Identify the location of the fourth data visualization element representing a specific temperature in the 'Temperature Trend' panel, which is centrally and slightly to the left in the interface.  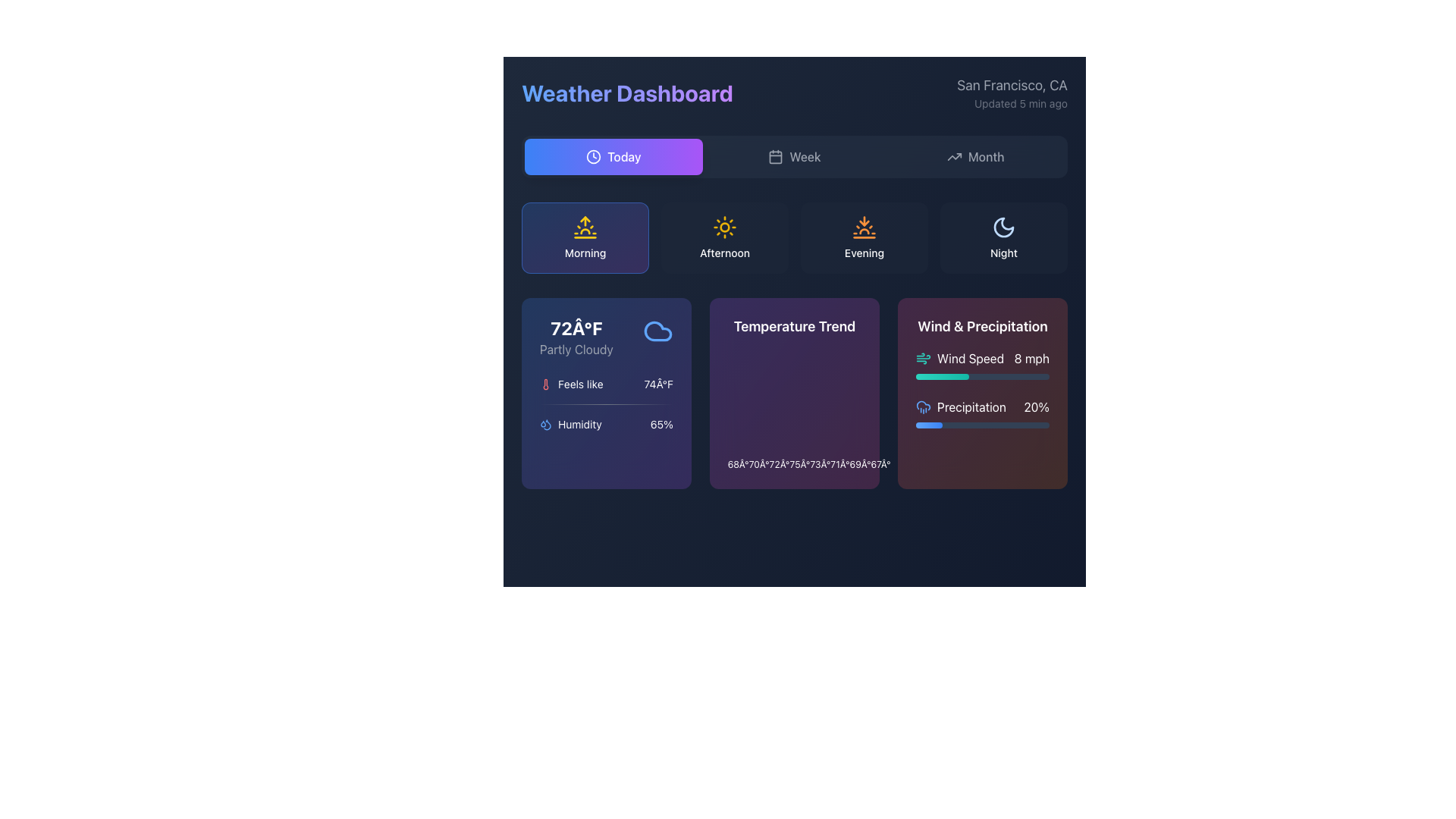
(799, 461).